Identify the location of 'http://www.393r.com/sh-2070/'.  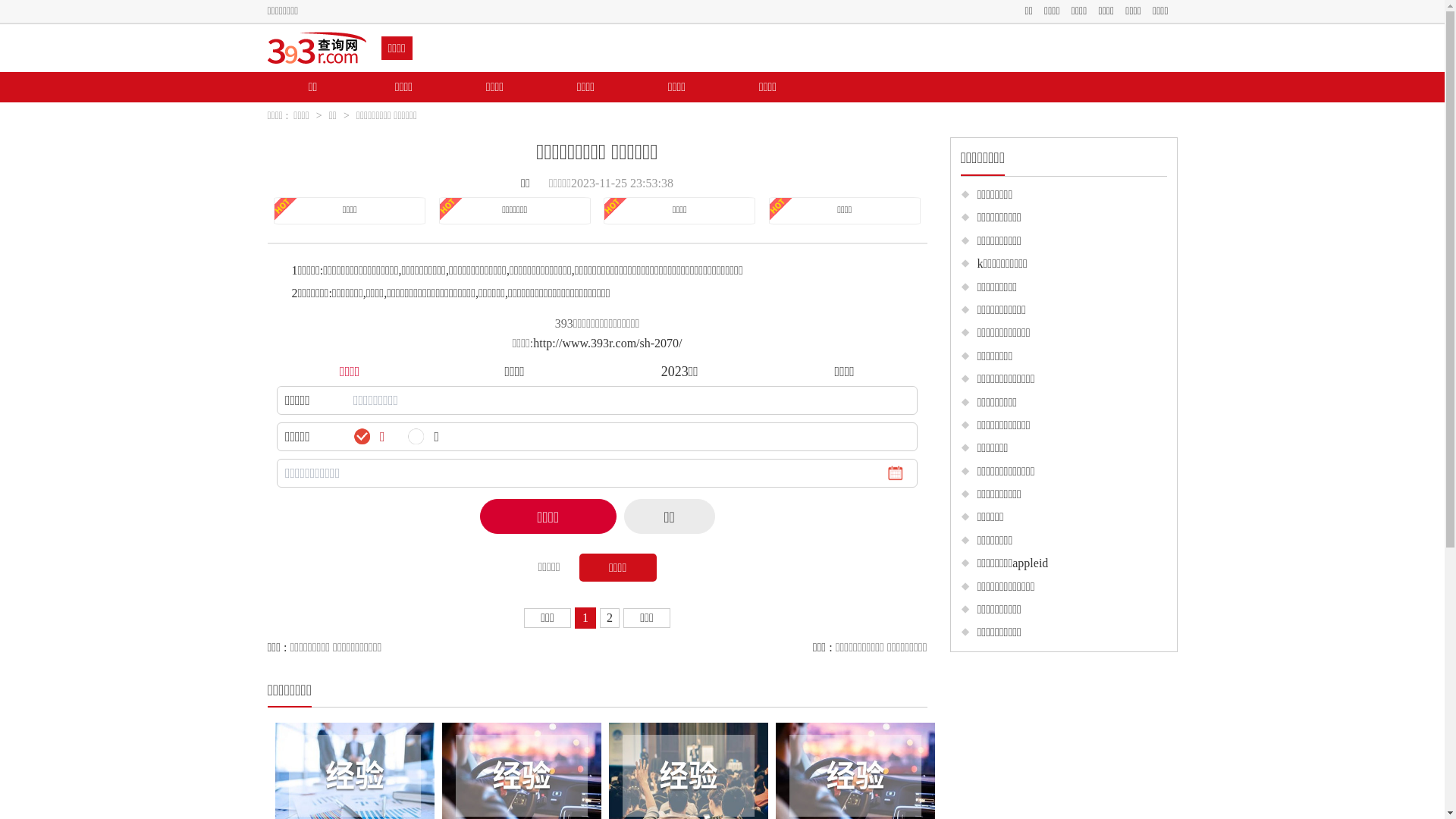
(607, 343).